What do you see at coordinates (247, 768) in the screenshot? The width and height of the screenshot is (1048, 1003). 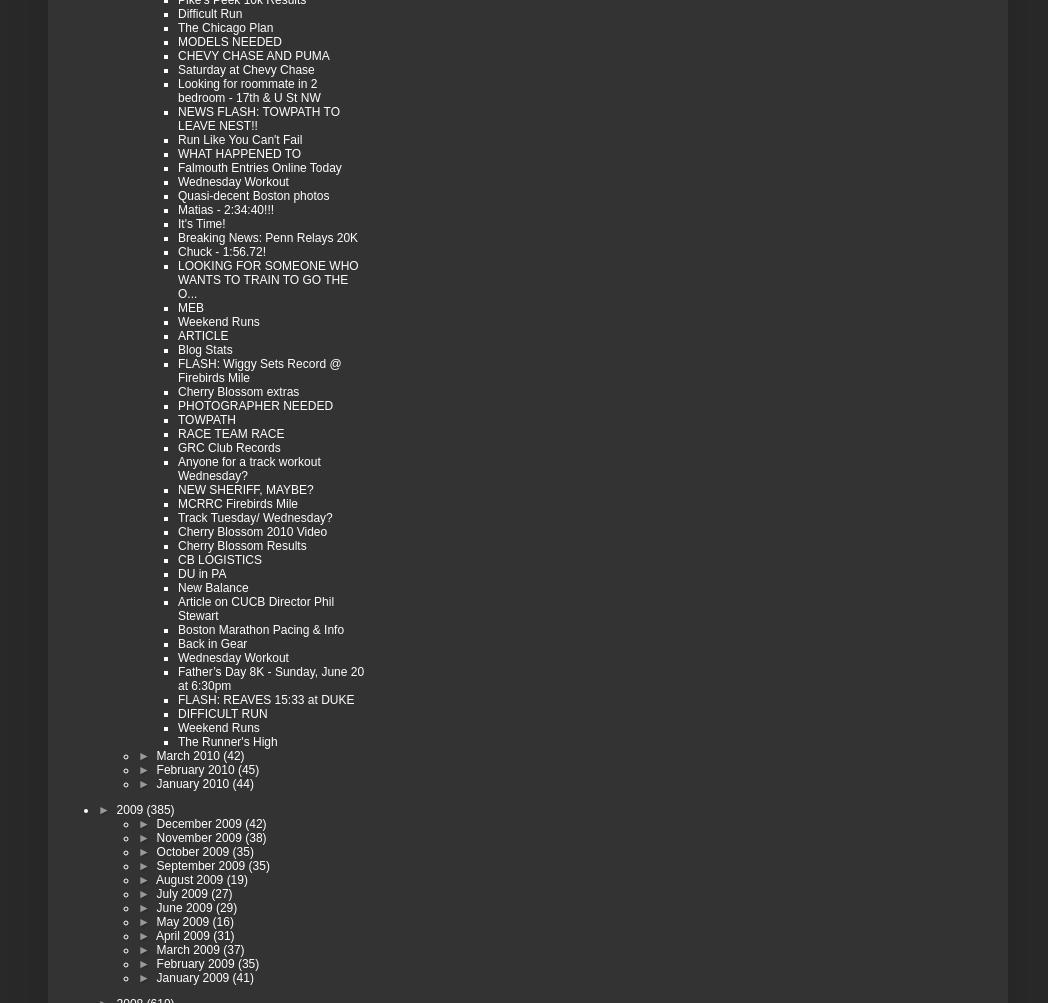 I see `'(45)'` at bounding box center [247, 768].